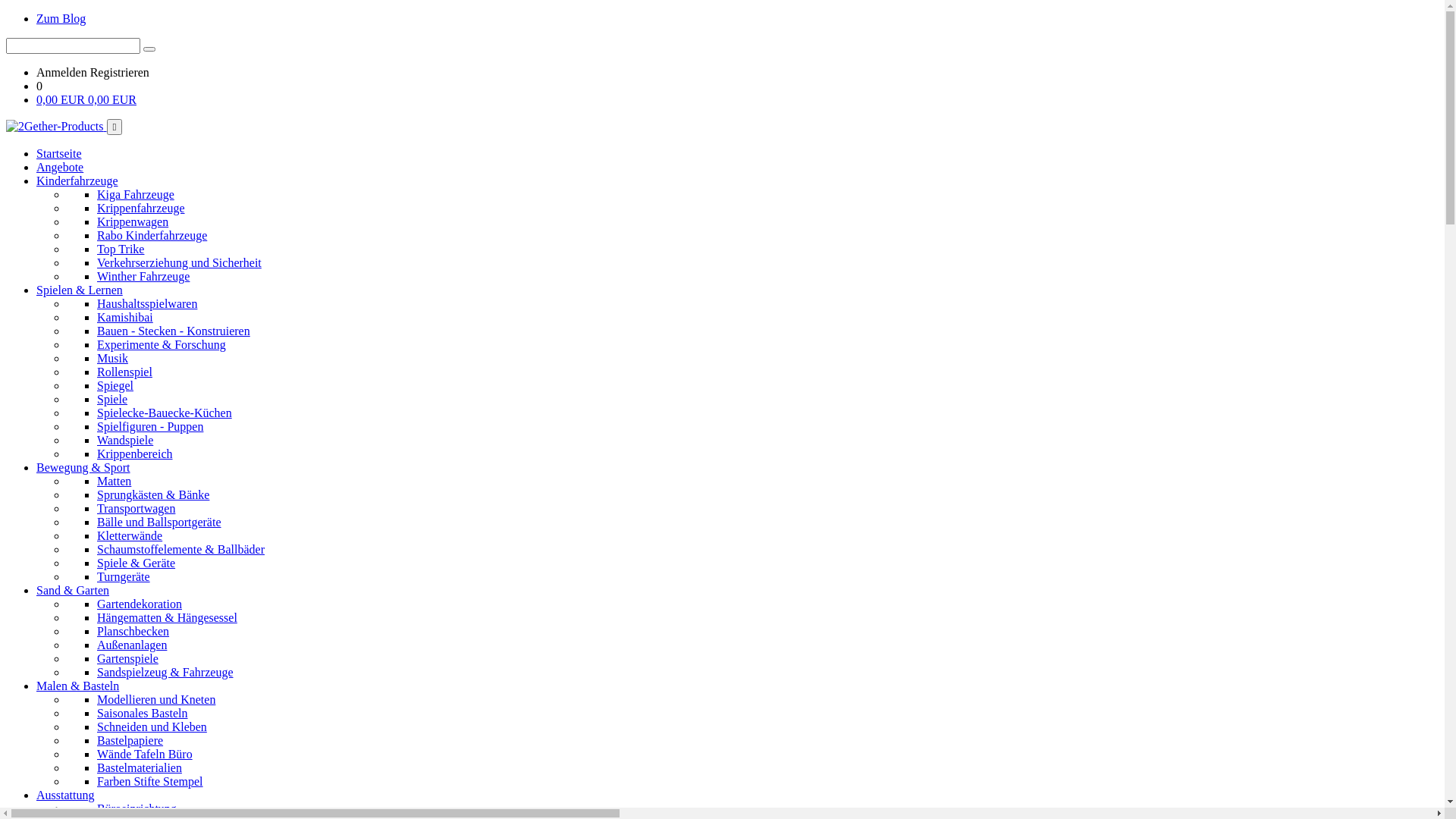 The width and height of the screenshot is (1456, 819). What do you see at coordinates (58, 153) in the screenshot?
I see `'Startseite'` at bounding box center [58, 153].